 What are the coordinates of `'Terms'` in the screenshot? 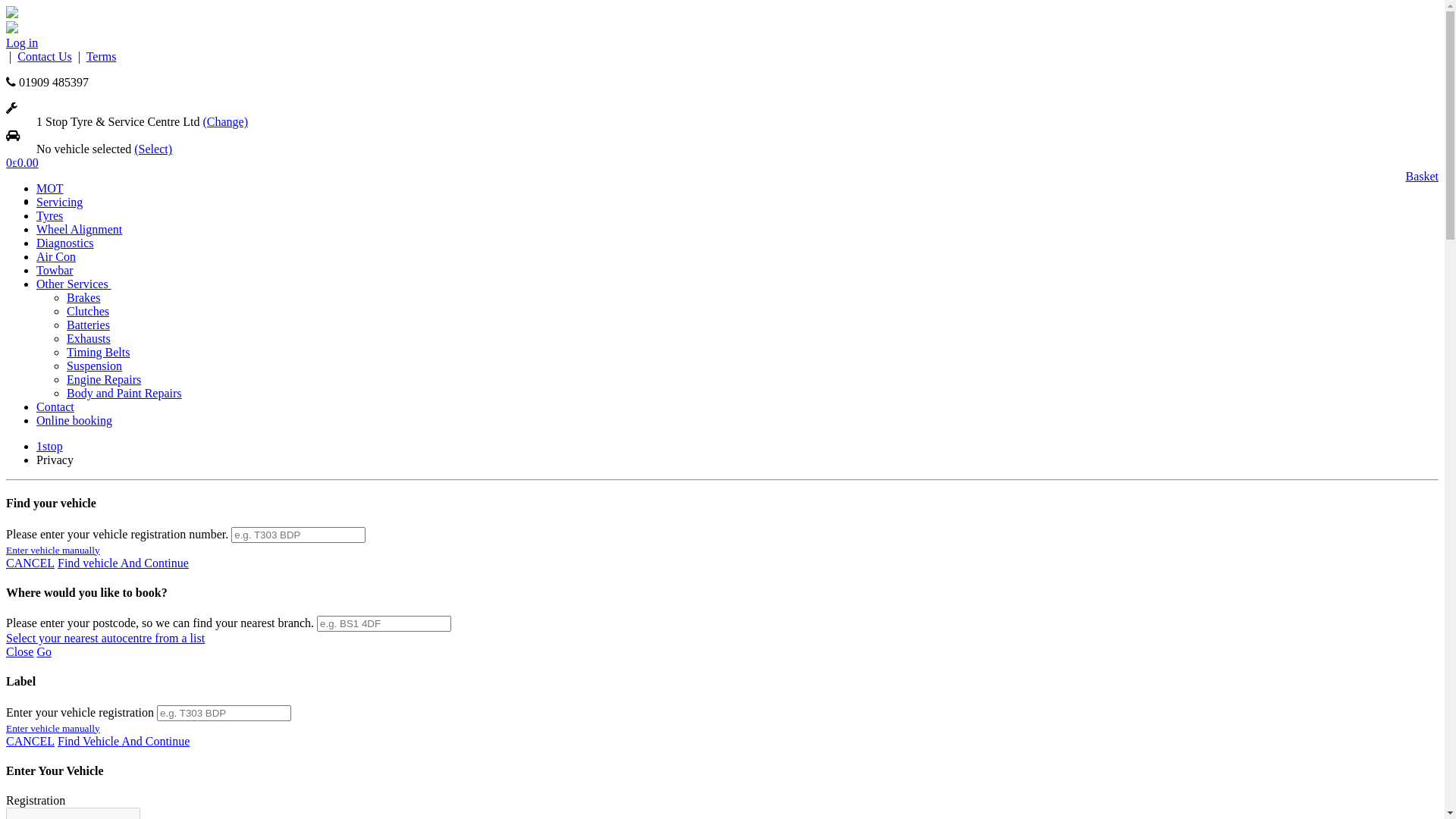 It's located at (86, 55).